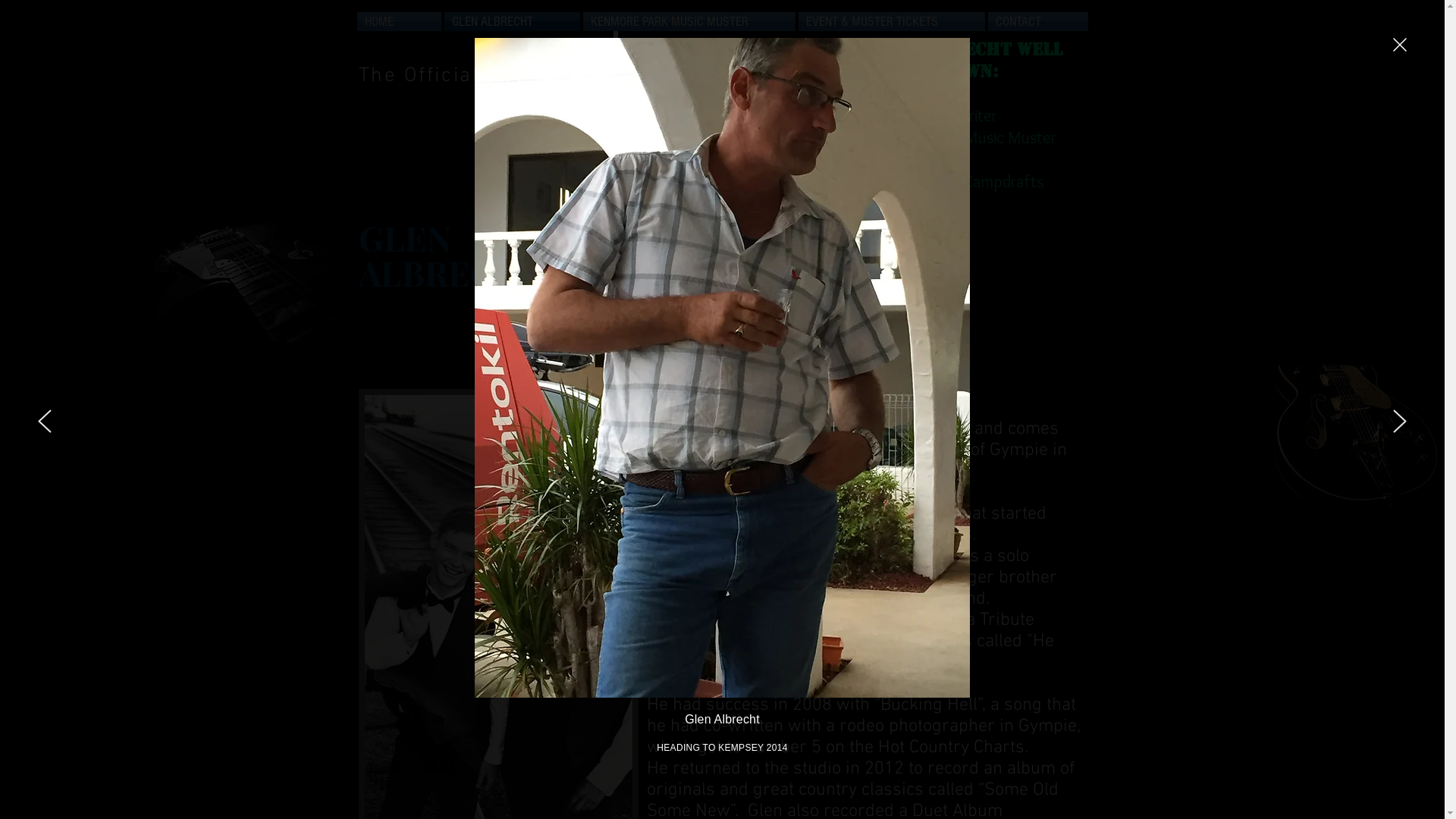 The height and width of the screenshot is (819, 1456). Describe the element at coordinates (1036, 21) in the screenshot. I see `'CONTACT'` at that location.